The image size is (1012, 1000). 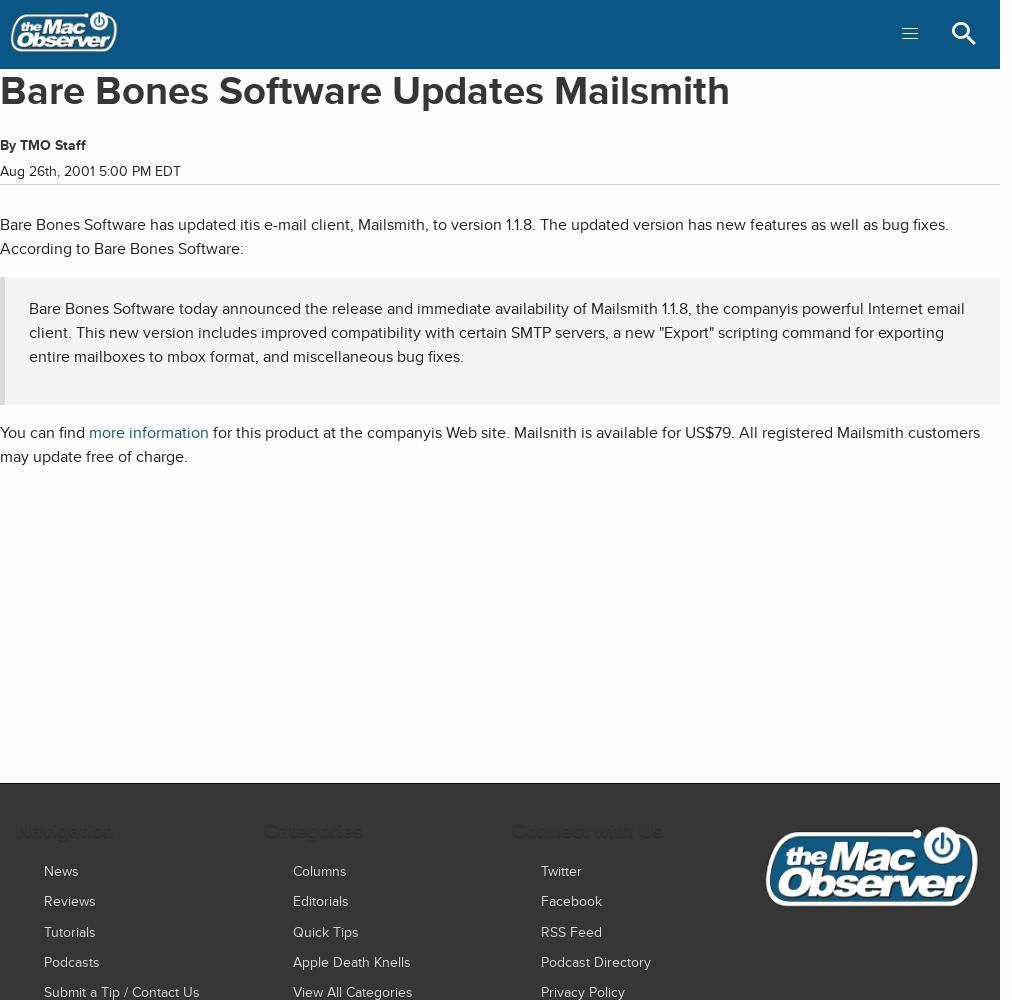 What do you see at coordinates (490, 443) in the screenshot?
I see `'for this product at the companyis Web site. Mailsnith is available for US$79. All registered Mailsmith customers may update free of charge.'` at bounding box center [490, 443].